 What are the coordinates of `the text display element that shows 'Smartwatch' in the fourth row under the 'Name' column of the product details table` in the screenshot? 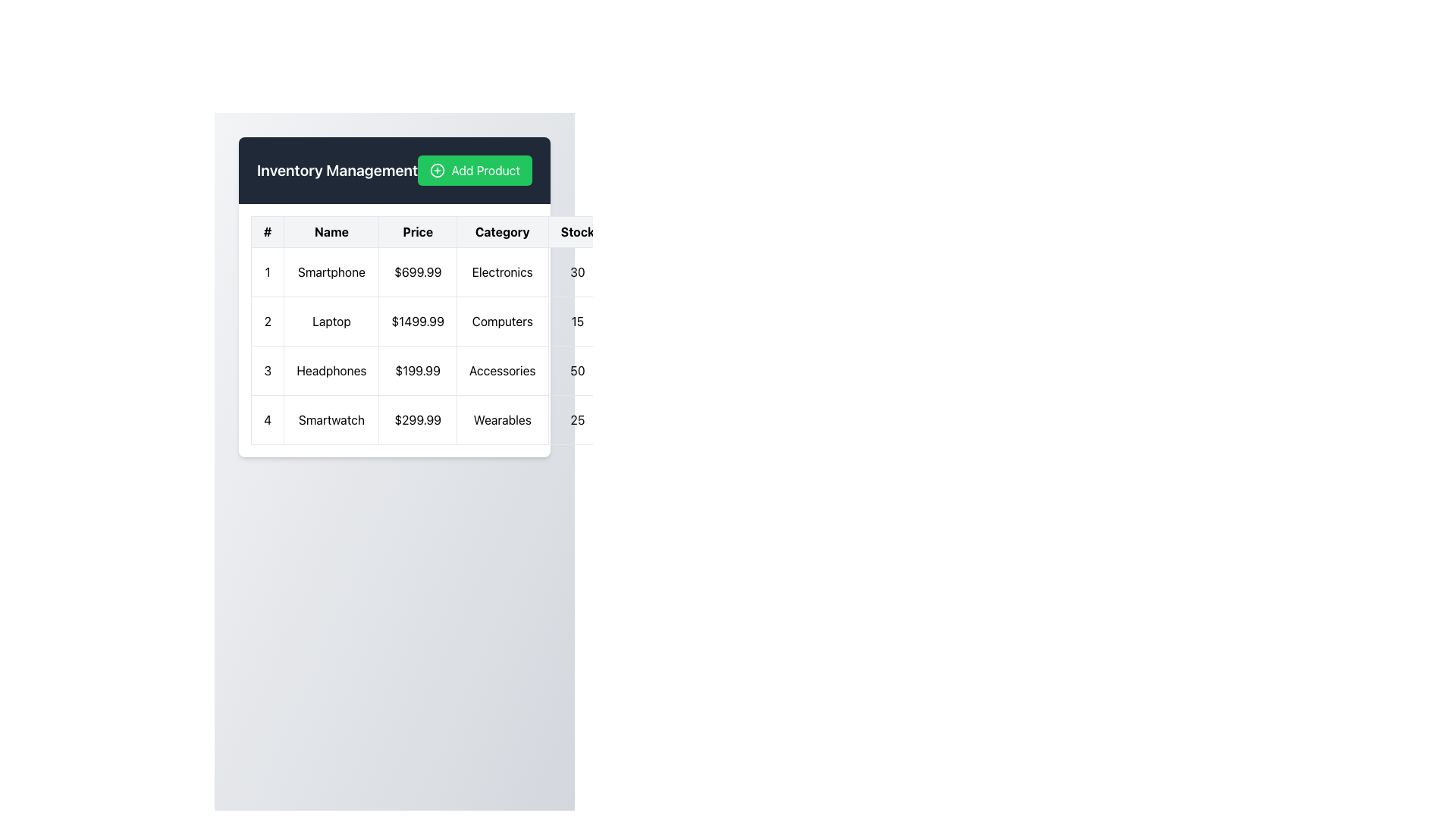 It's located at (331, 420).